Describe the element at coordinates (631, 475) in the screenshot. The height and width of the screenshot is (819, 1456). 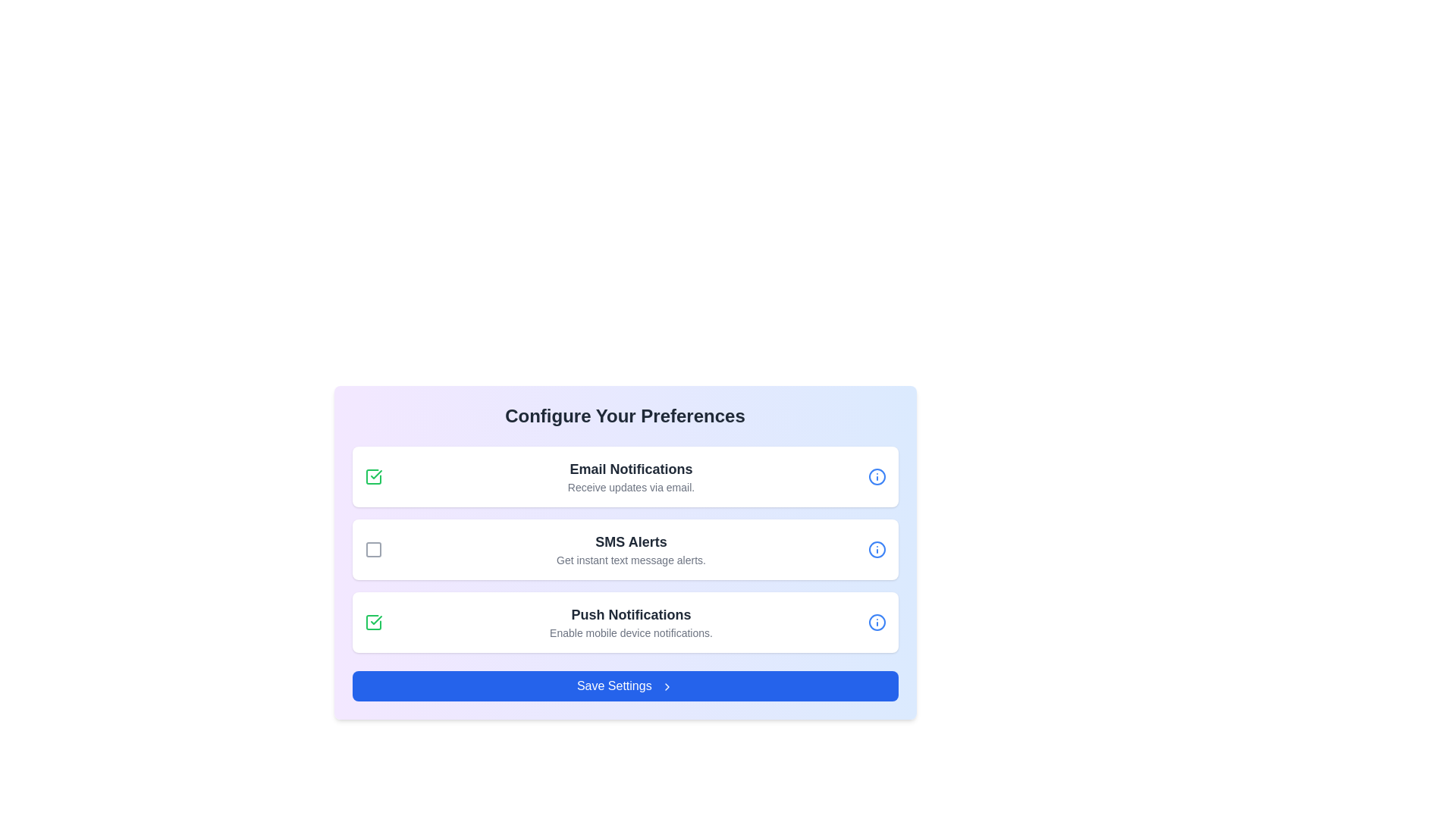
I see `the Text block that provides descriptive information about the 'Email Notifications' setting, which is located in the first row of settings options, right-aligned to a checkbox on the left and preceding an information icon on the right` at that location.